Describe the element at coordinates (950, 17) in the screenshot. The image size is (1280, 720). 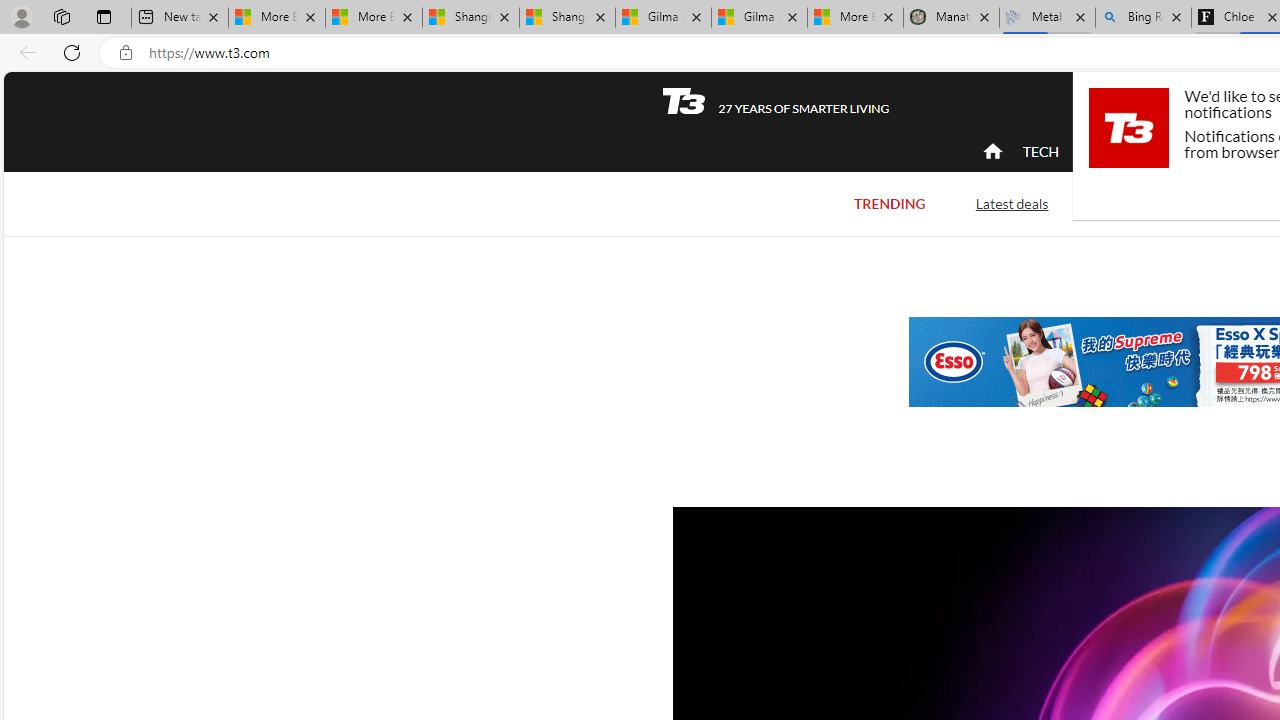
I see `'Manatee Mortality Statistics | FWC'` at that location.